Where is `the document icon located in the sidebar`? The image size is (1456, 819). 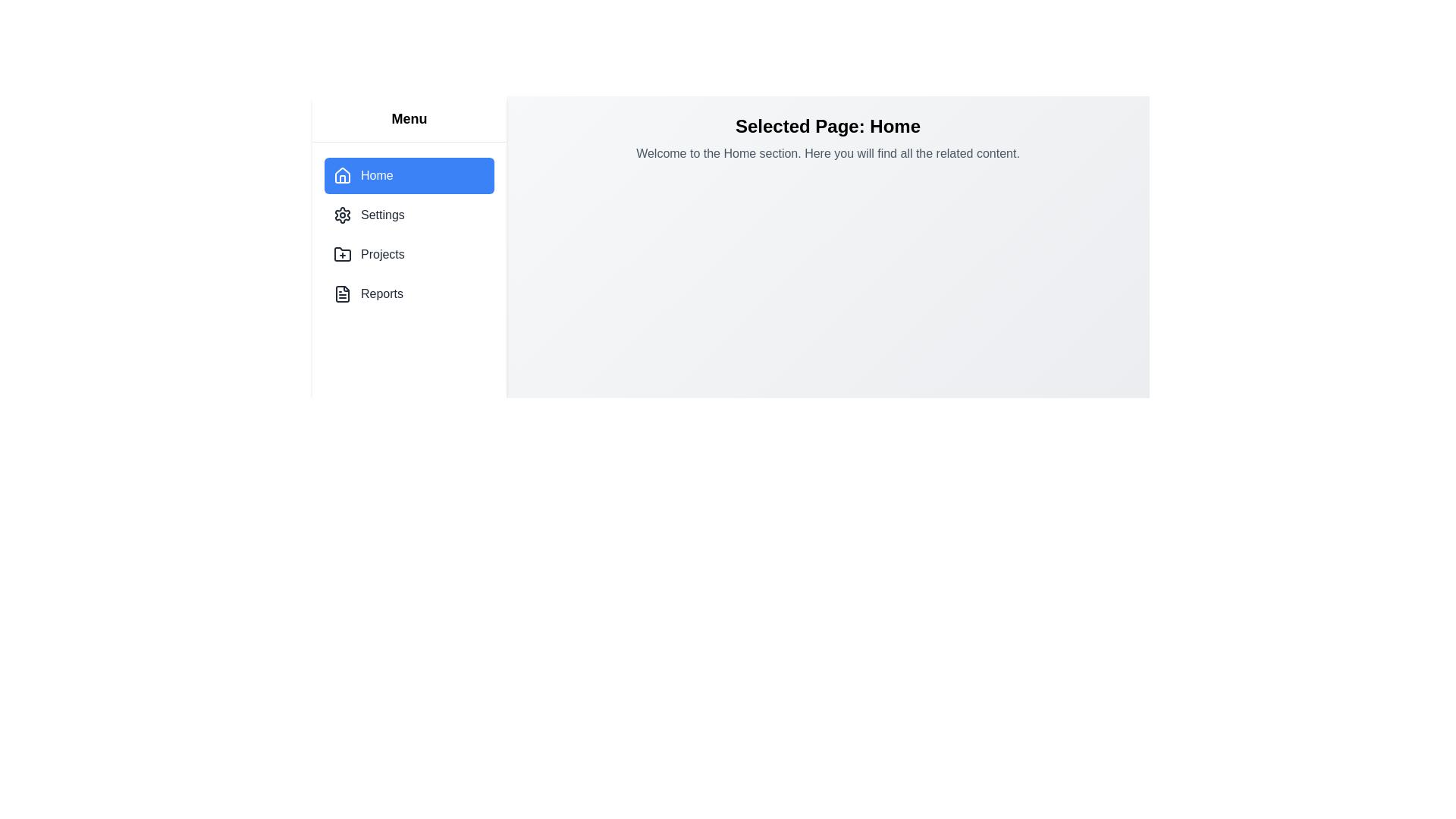 the document icon located in the sidebar is located at coordinates (341, 294).